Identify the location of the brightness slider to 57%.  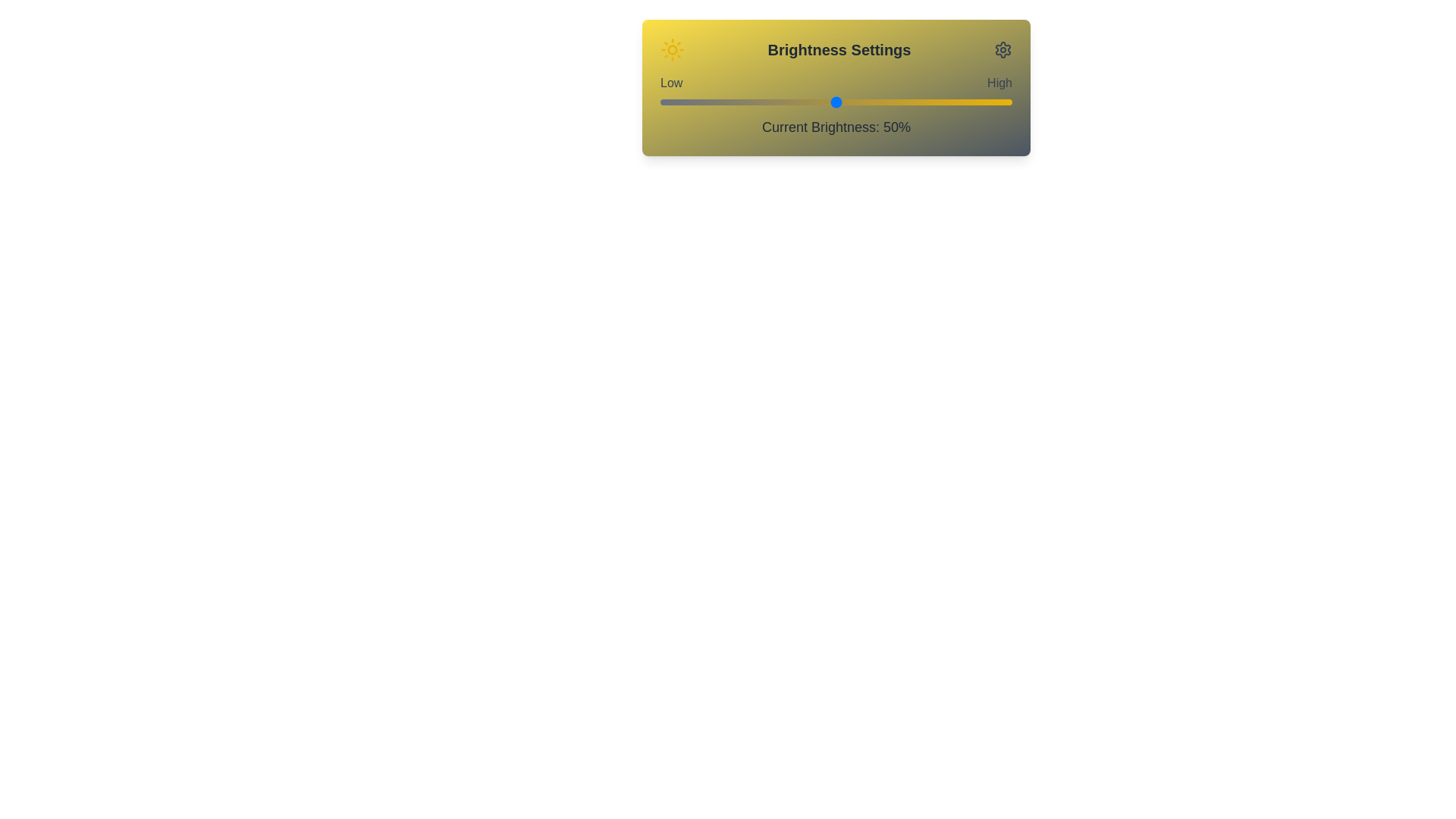
(861, 102).